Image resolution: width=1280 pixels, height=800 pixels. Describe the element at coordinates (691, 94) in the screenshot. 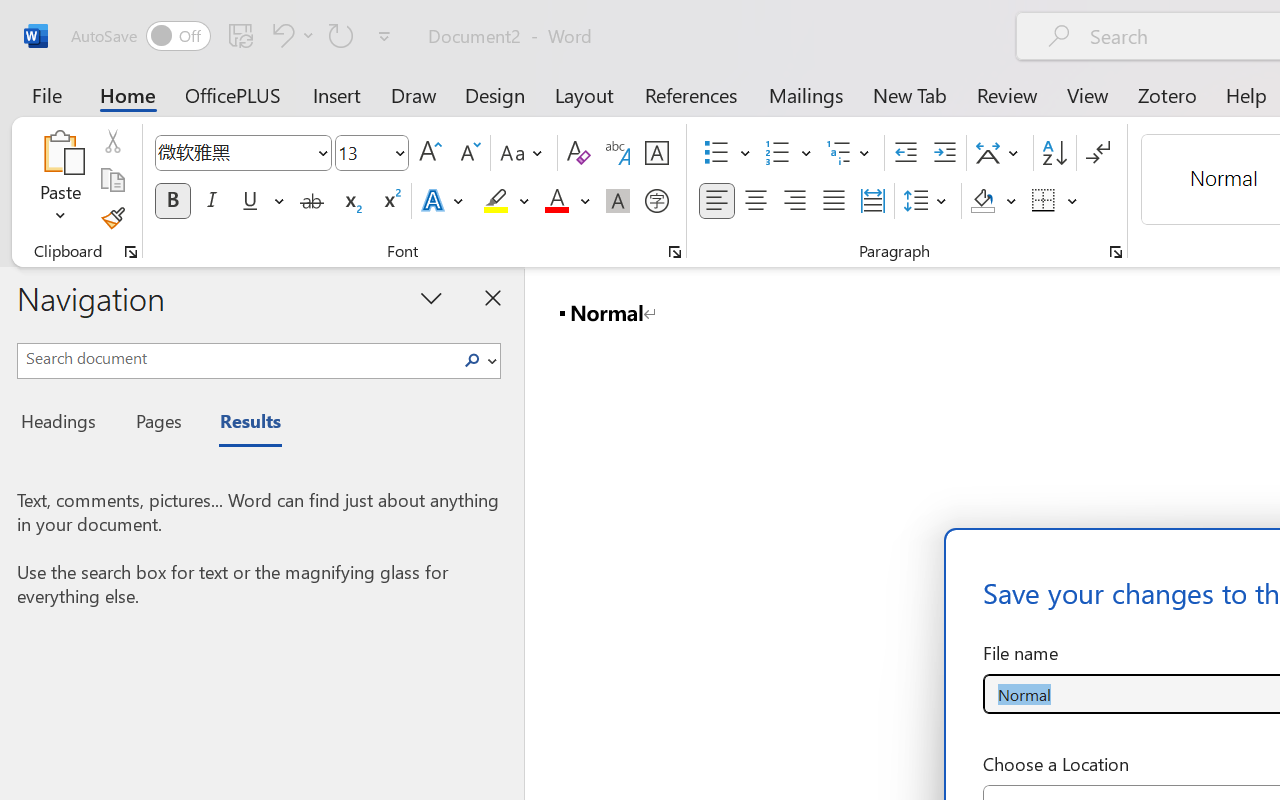

I see `'References'` at that location.